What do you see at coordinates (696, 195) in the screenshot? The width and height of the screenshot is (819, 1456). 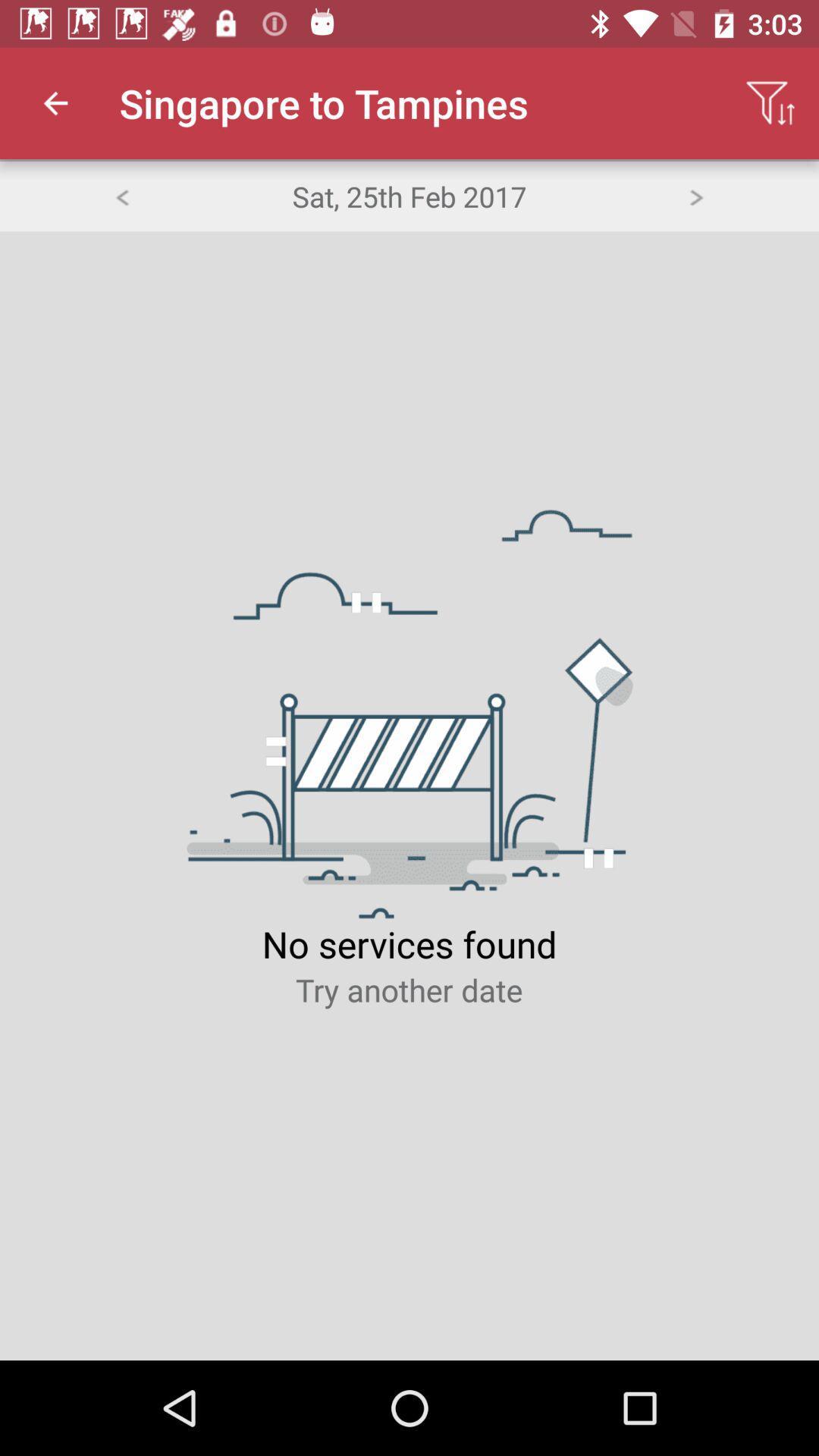 I see `go forward` at bounding box center [696, 195].